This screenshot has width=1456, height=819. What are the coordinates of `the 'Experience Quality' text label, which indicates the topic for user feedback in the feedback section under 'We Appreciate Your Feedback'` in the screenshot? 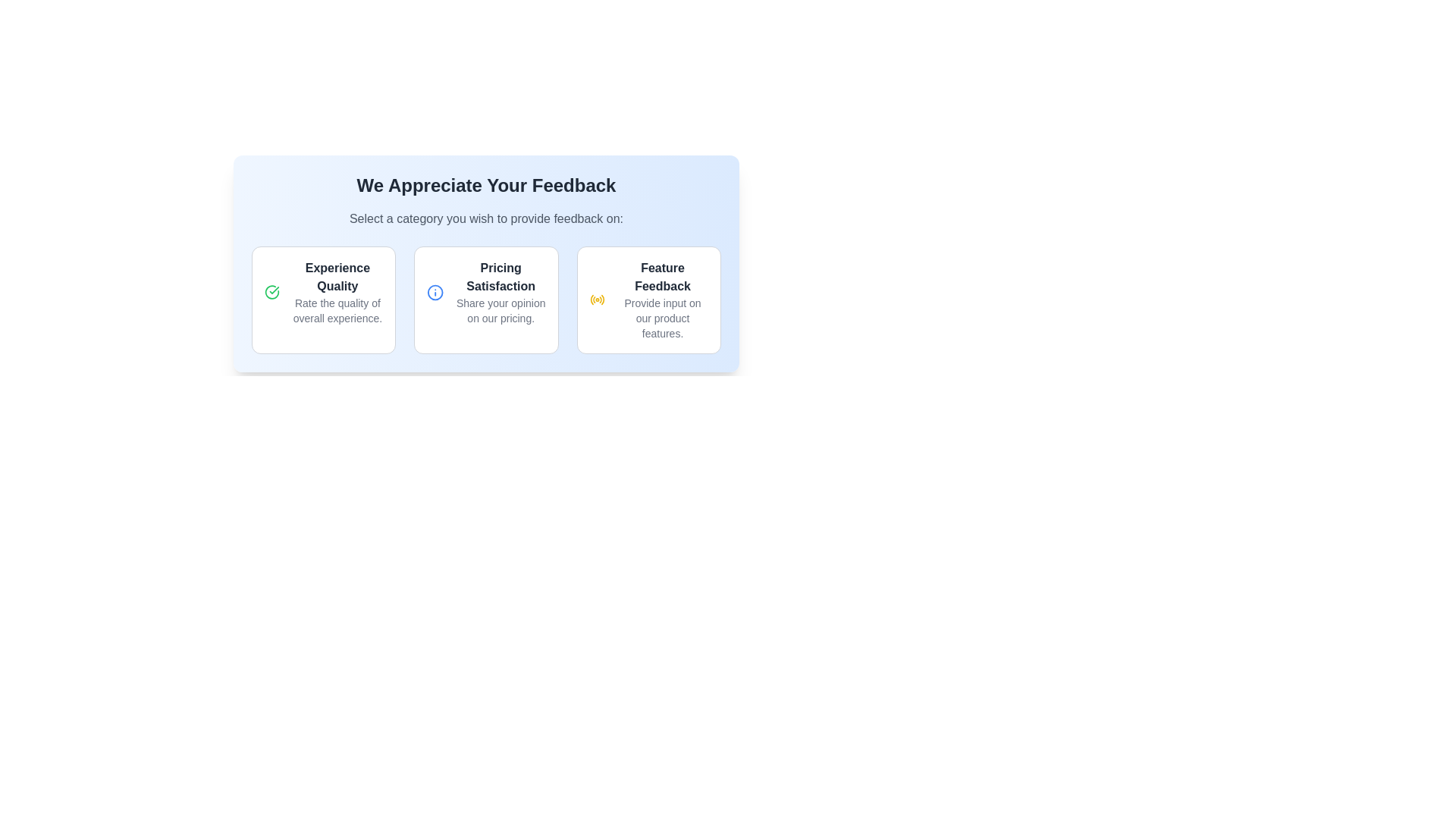 It's located at (337, 278).